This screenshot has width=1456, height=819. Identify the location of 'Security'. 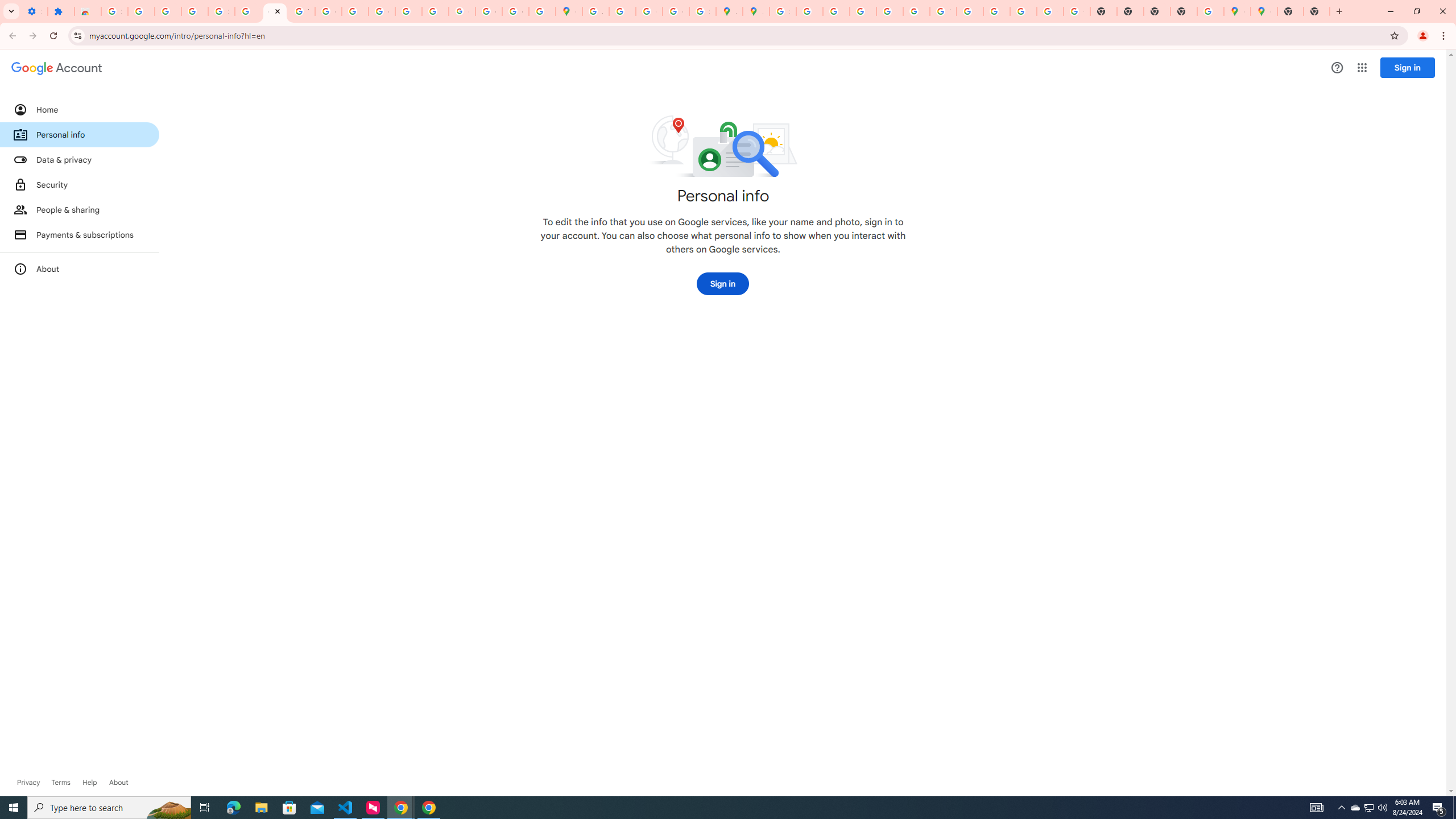
(78, 184).